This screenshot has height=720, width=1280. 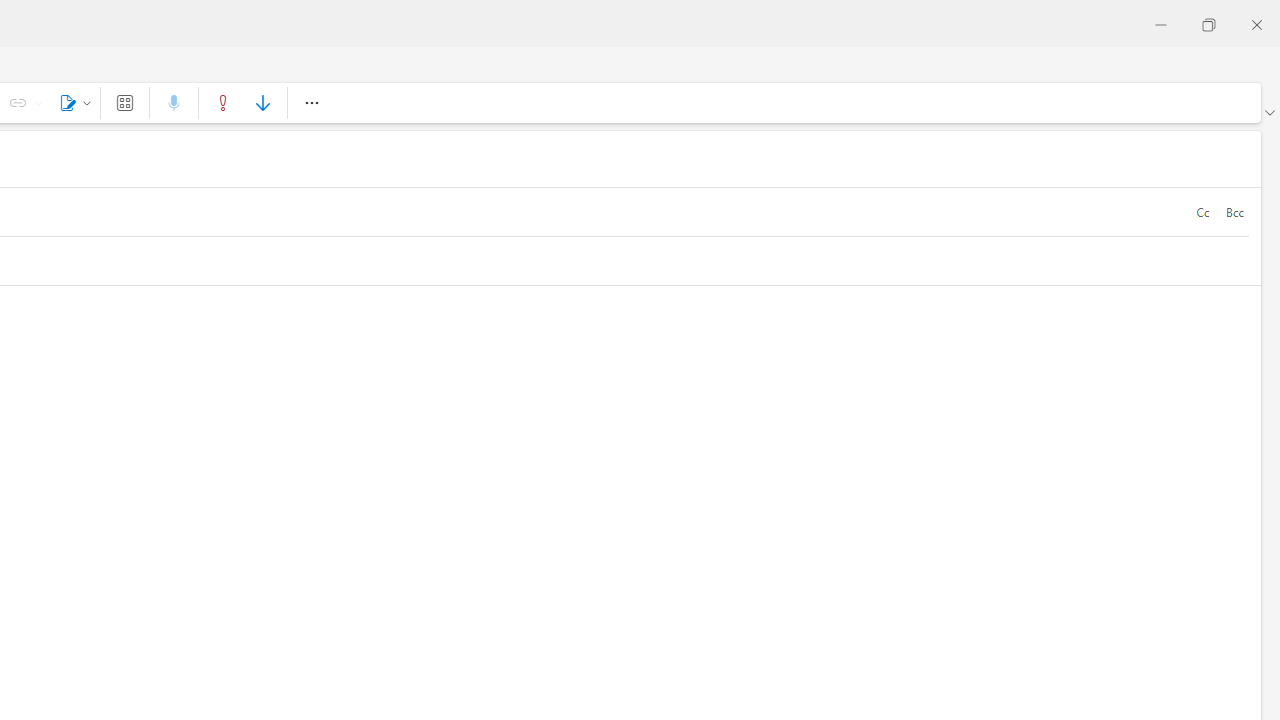 What do you see at coordinates (1201, 212) in the screenshot?
I see `'Cc'` at bounding box center [1201, 212].